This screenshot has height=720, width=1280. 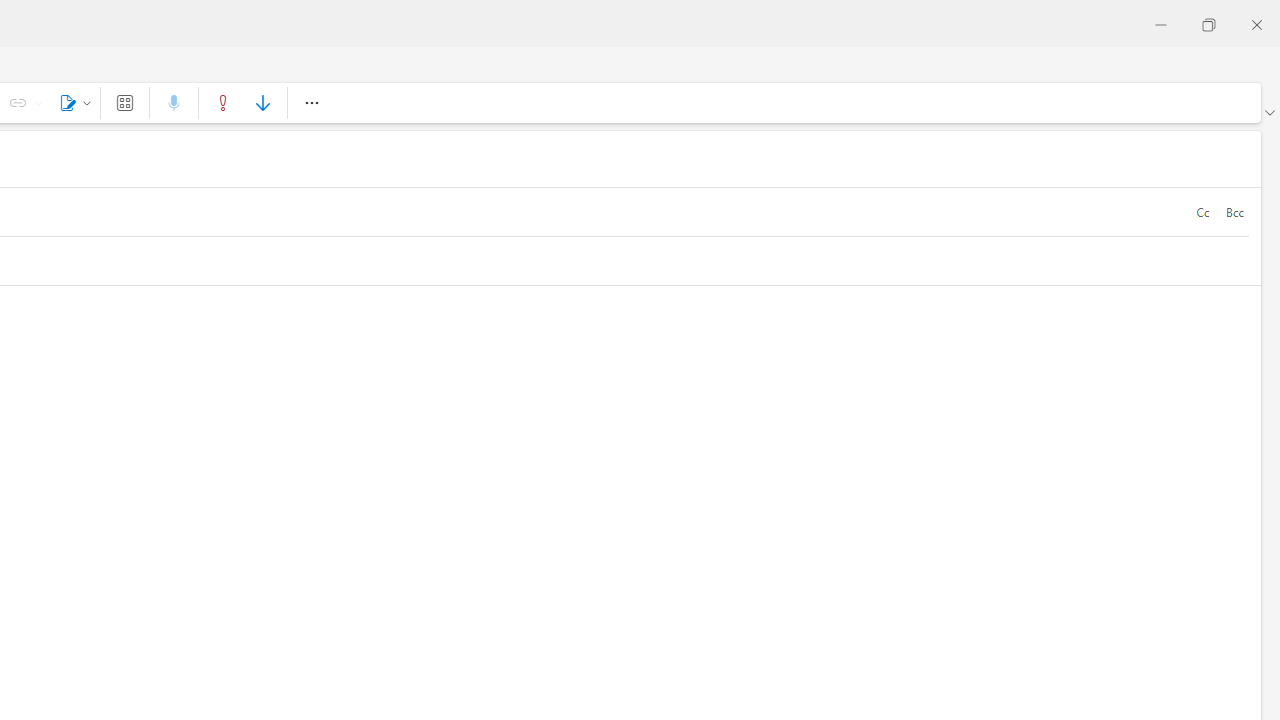 What do you see at coordinates (1201, 212) in the screenshot?
I see `'Cc'` at bounding box center [1201, 212].